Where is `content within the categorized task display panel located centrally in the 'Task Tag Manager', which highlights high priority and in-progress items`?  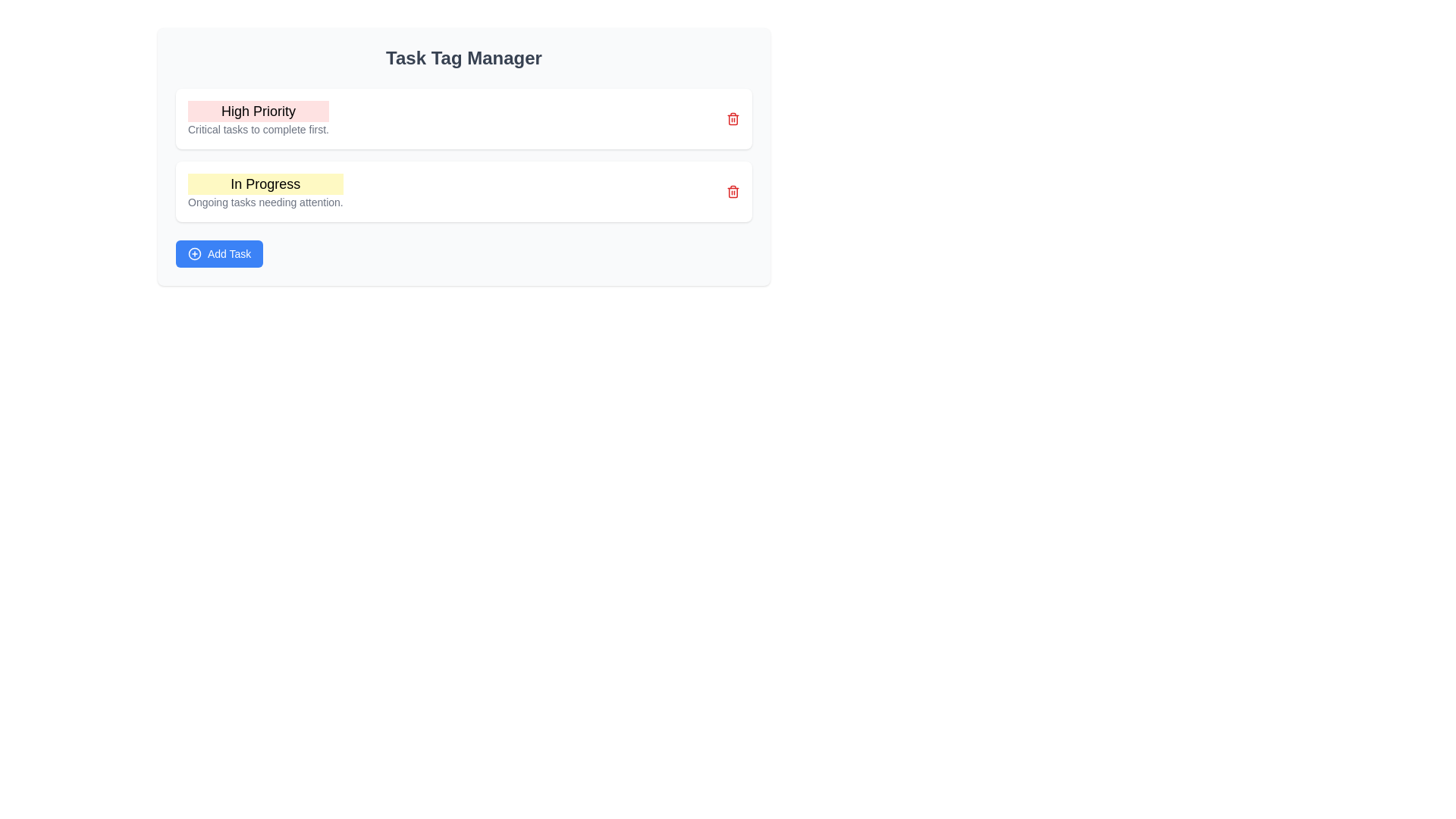
content within the categorized task display panel located centrally in the 'Task Tag Manager', which highlights high priority and in-progress items is located at coordinates (463, 157).